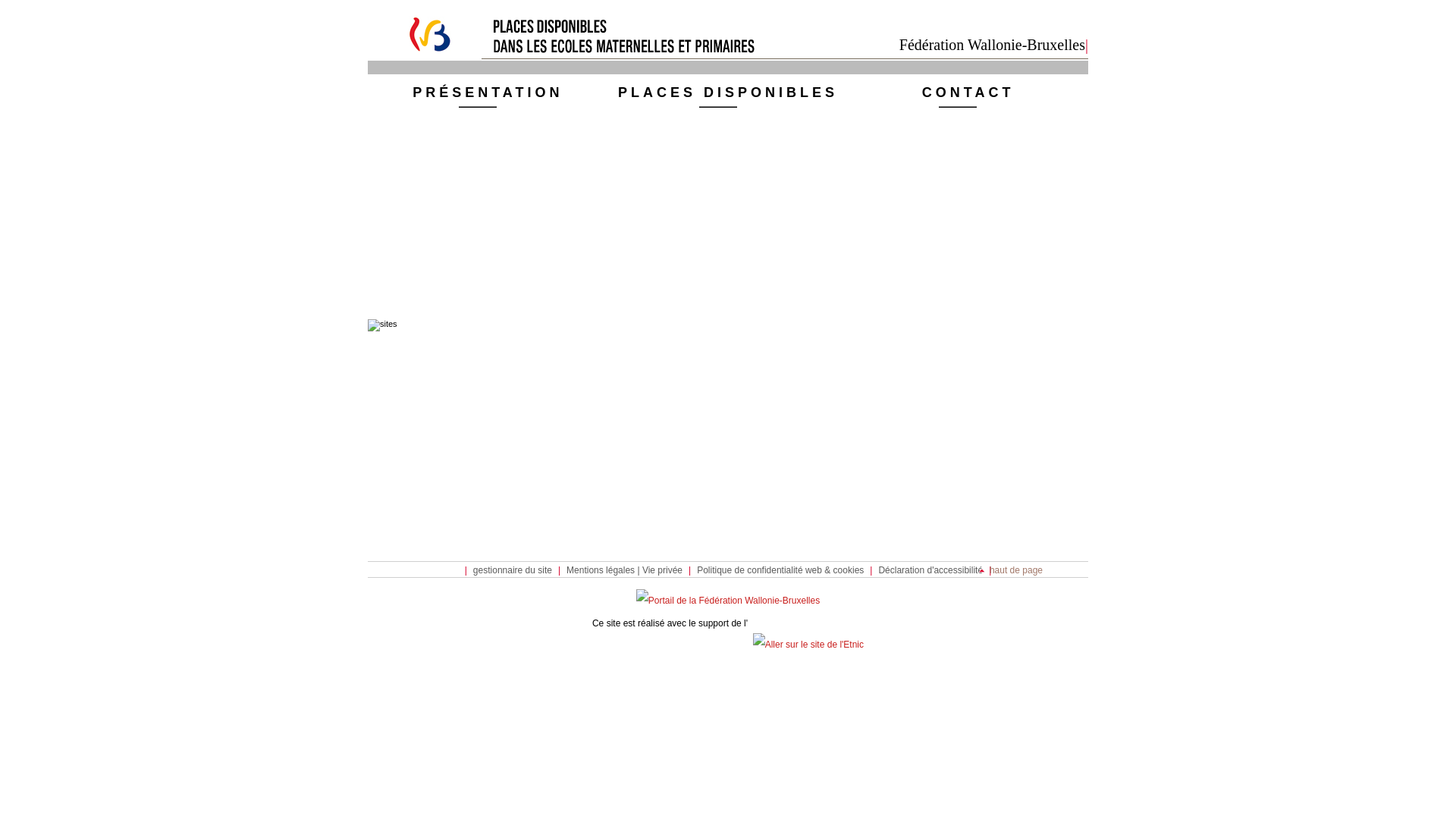 The image size is (1456, 819). What do you see at coordinates (807, 644) in the screenshot?
I see `'Aller sur le site de l'Etnic'` at bounding box center [807, 644].